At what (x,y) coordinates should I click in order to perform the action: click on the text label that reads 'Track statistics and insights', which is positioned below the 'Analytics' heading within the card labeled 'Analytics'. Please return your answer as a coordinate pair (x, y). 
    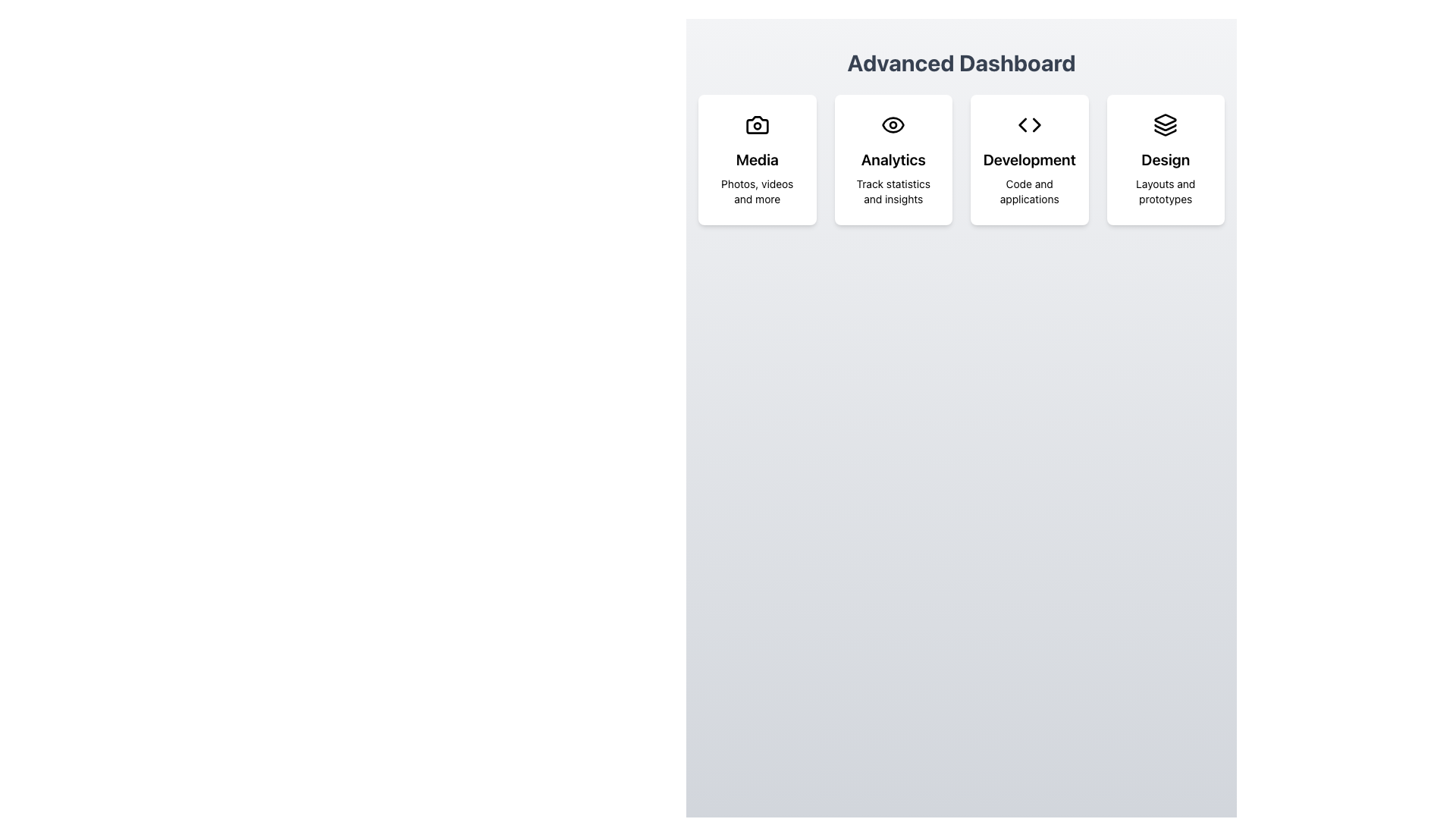
    Looking at the image, I should click on (893, 191).